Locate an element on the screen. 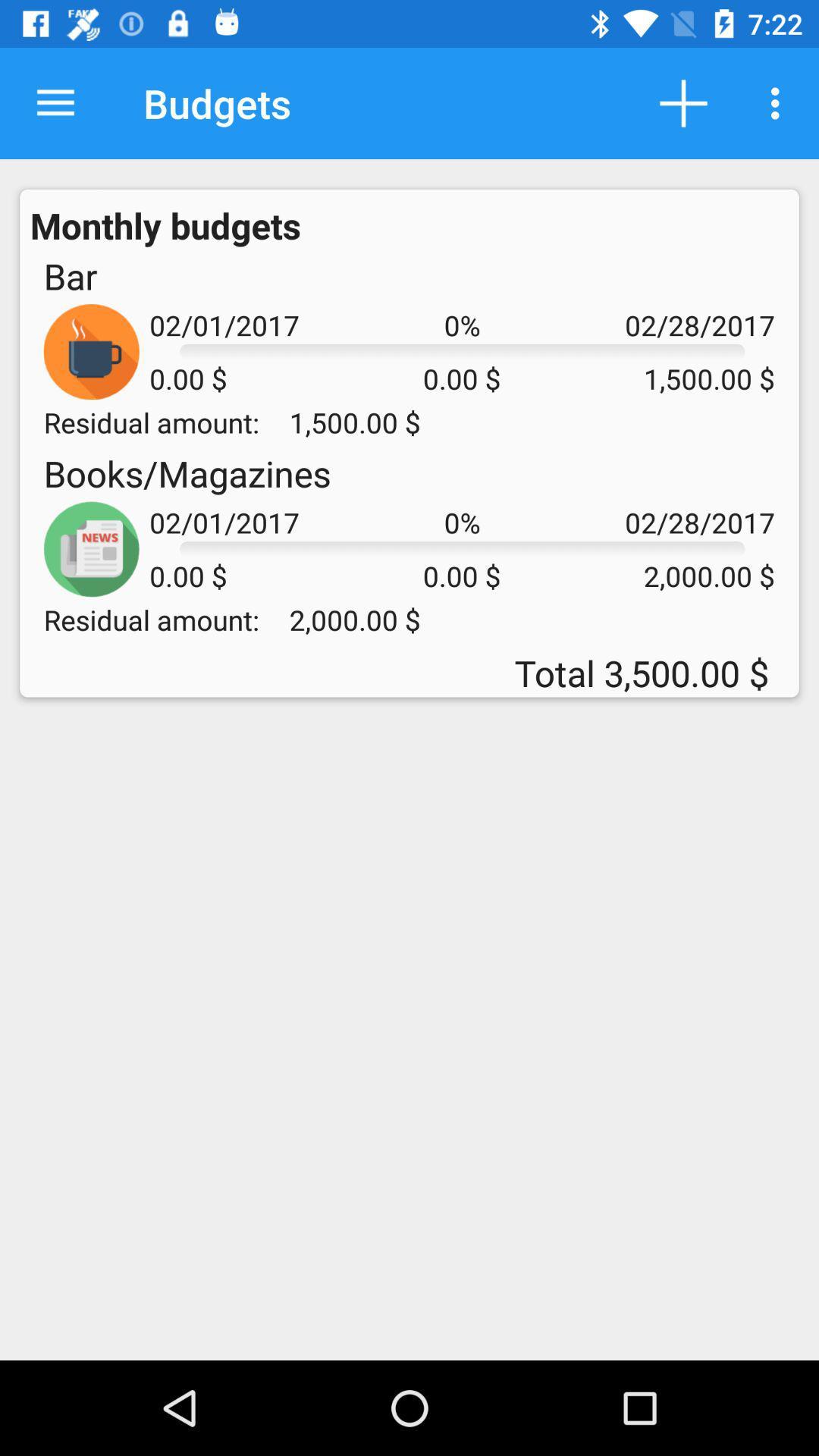 Image resolution: width=819 pixels, height=1456 pixels. item to the left of budgets is located at coordinates (55, 102).